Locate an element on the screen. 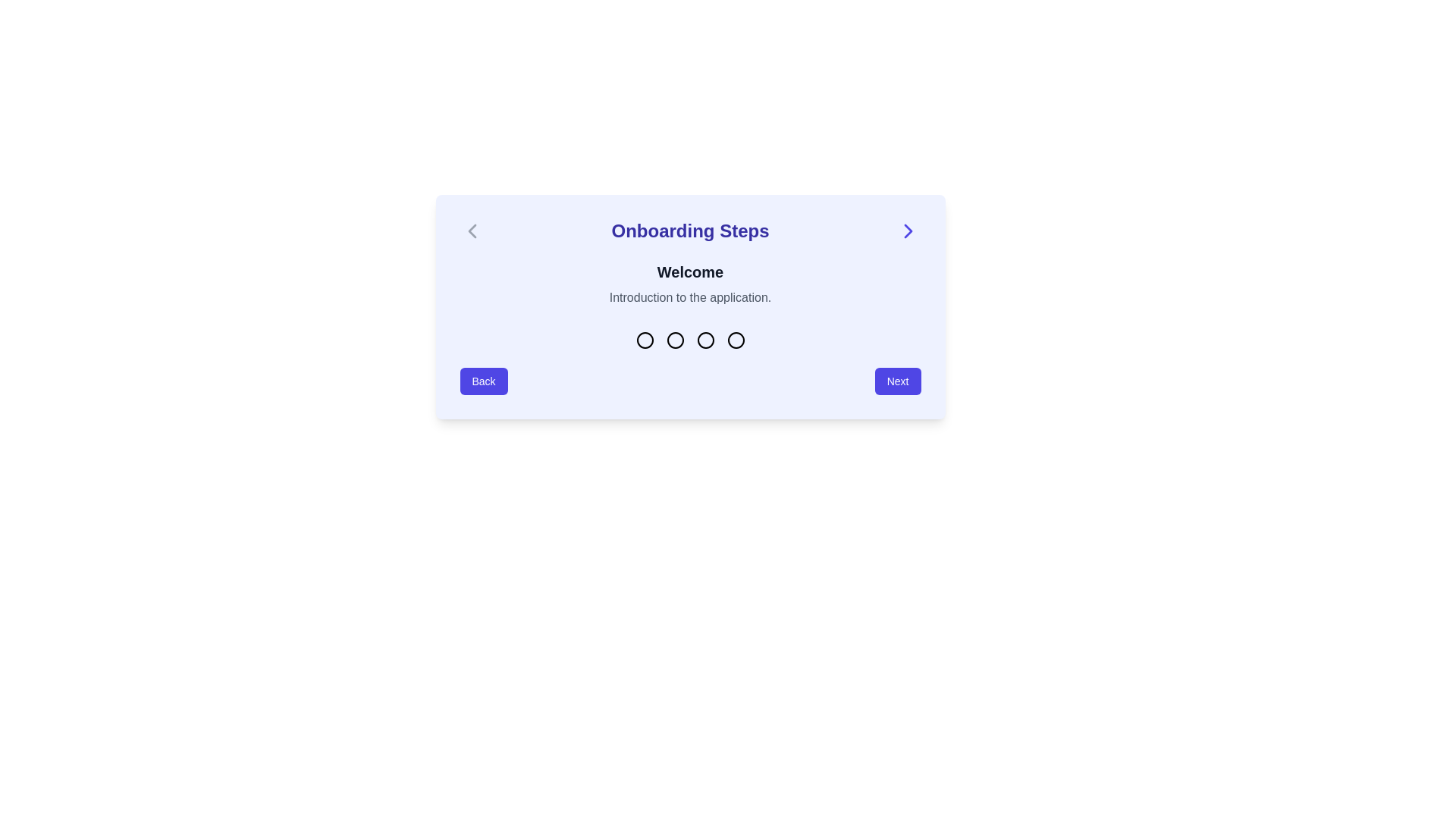 This screenshot has height=819, width=1456. the fourth progress indicator circle in the onboarding steps section, located between the 'Back' and 'Next' buttons is located at coordinates (736, 339).